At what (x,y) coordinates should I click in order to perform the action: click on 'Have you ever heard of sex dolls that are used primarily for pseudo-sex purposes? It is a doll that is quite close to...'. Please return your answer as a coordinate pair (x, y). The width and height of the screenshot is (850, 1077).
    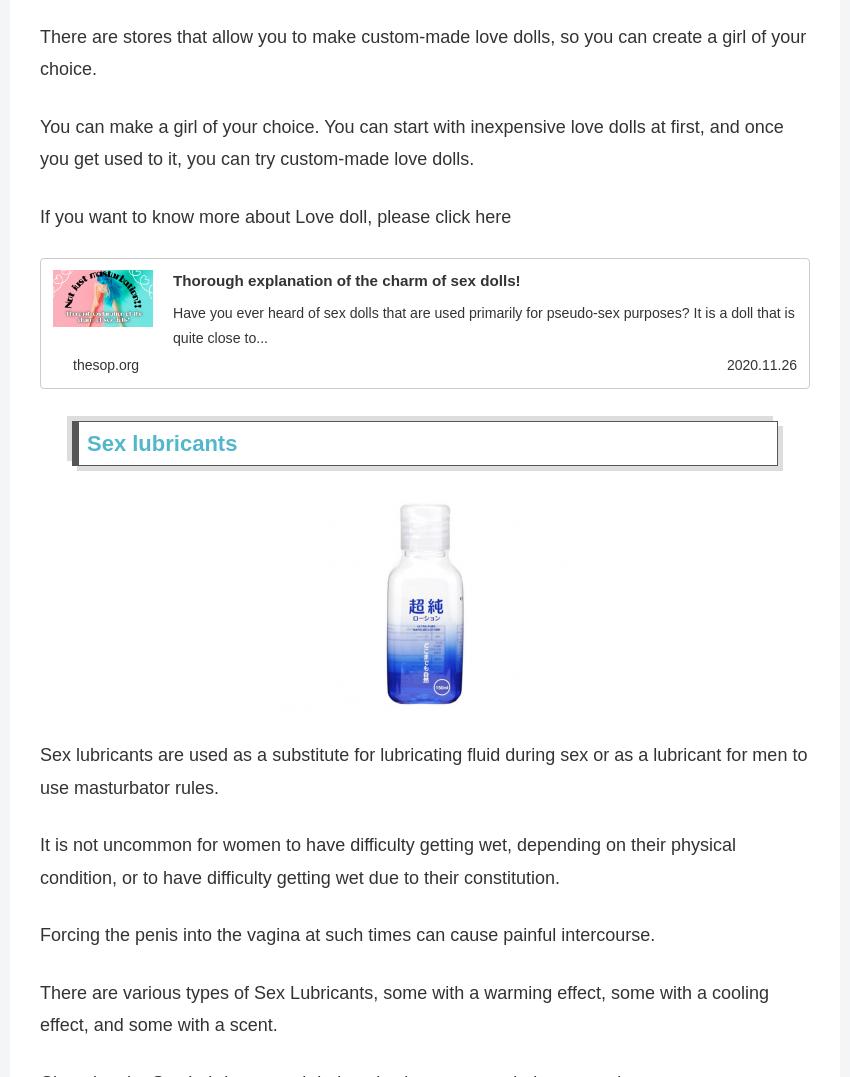
    Looking at the image, I should click on (482, 329).